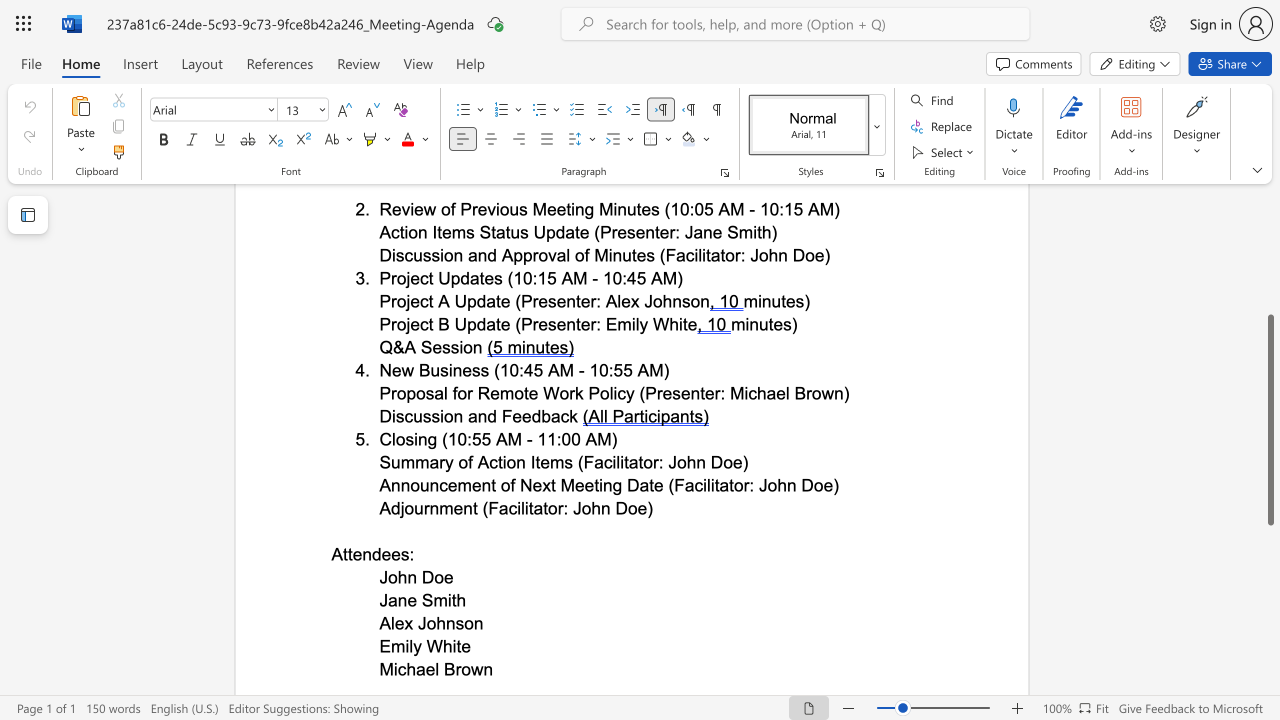 This screenshot has height=720, width=1280. Describe the element at coordinates (433, 646) in the screenshot. I see `the 1th character "W" in the text` at that location.